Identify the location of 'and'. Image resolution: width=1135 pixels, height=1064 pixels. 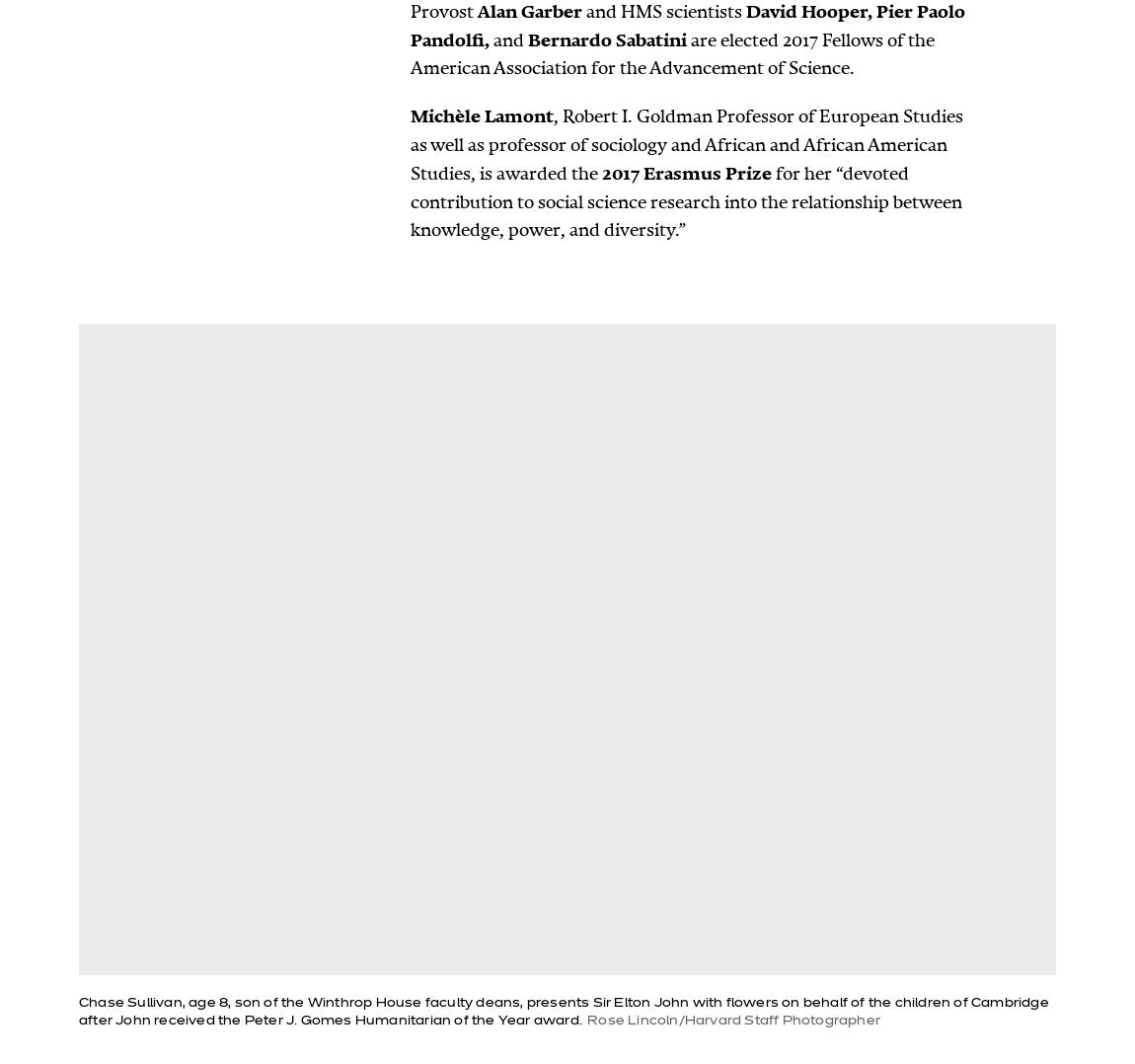
(508, 38).